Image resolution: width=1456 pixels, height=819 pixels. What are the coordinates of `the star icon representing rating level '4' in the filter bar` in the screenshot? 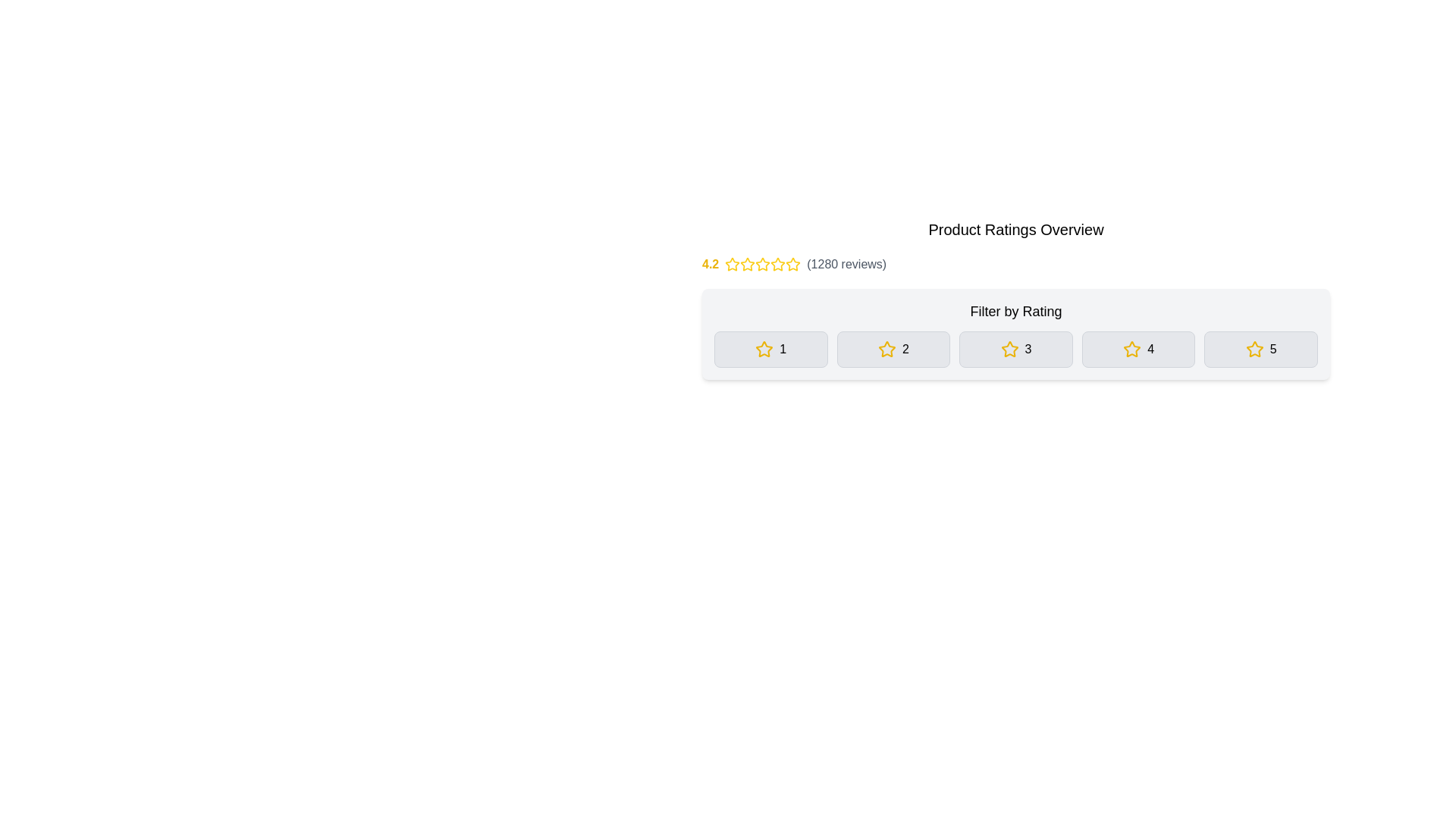 It's located at (1132, 350).